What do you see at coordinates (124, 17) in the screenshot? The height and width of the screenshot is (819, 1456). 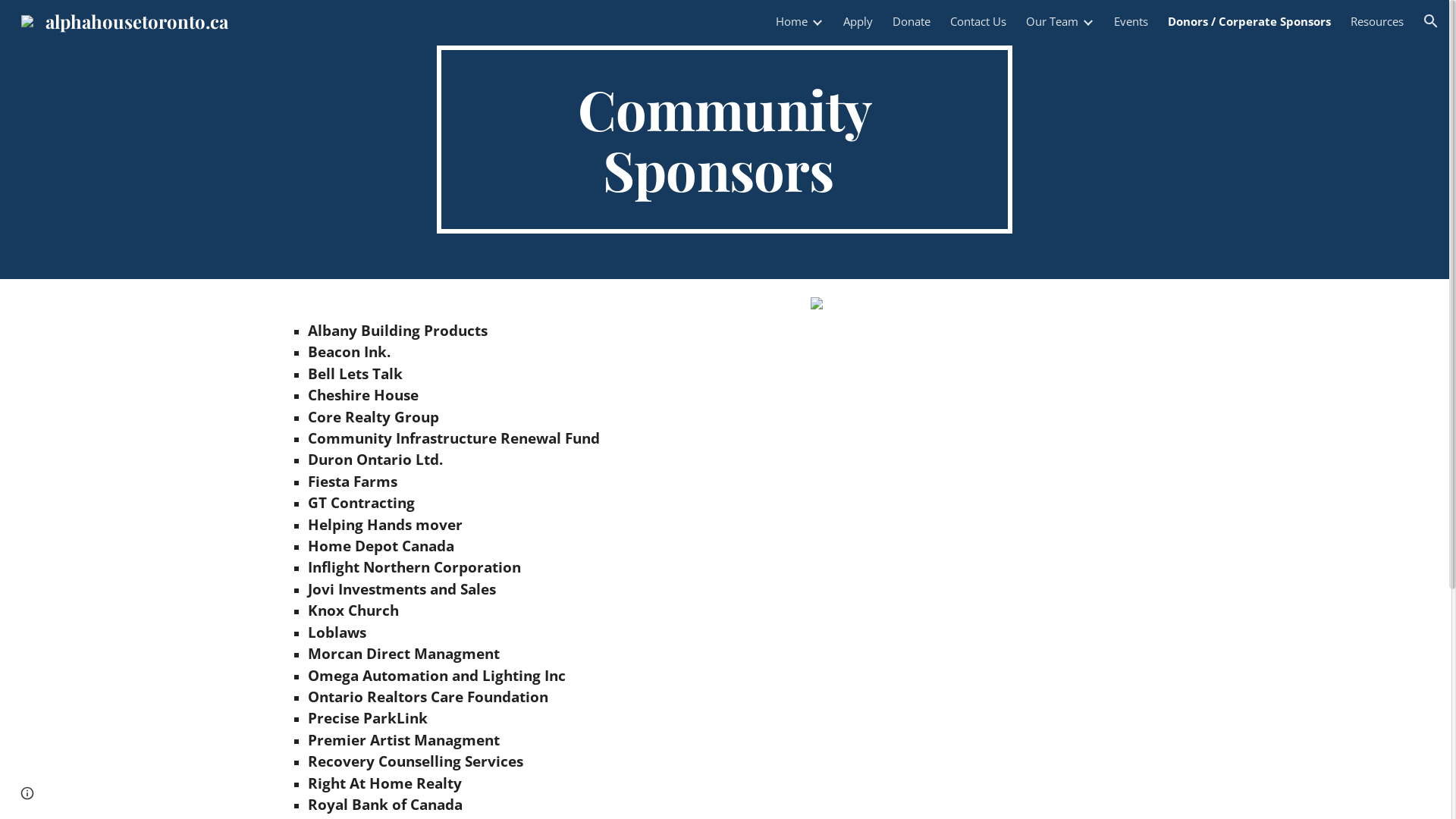 I see `'alphahousetoronto.ca'` at bounding box center [124, 17].